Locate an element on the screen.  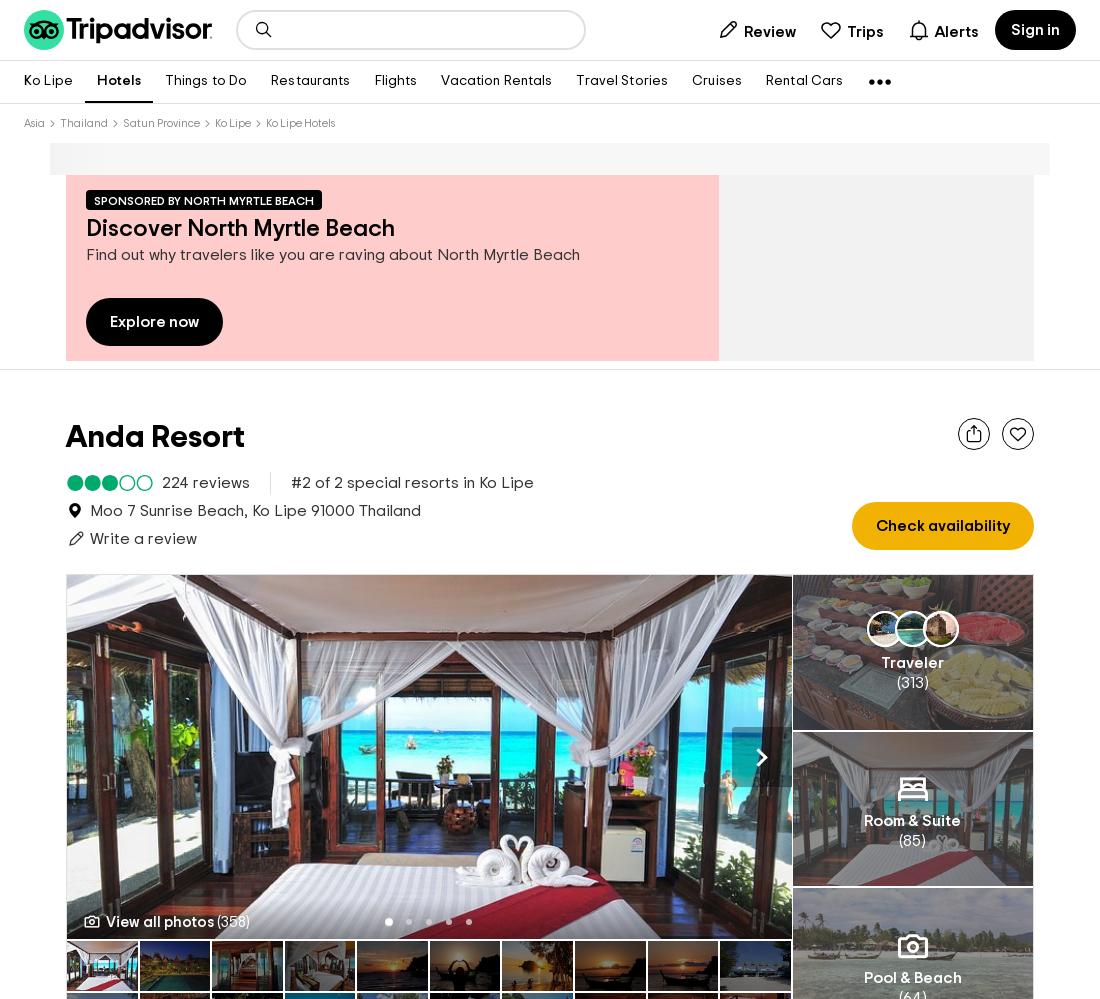
'Hotels' is located at coordinates (118, 80).